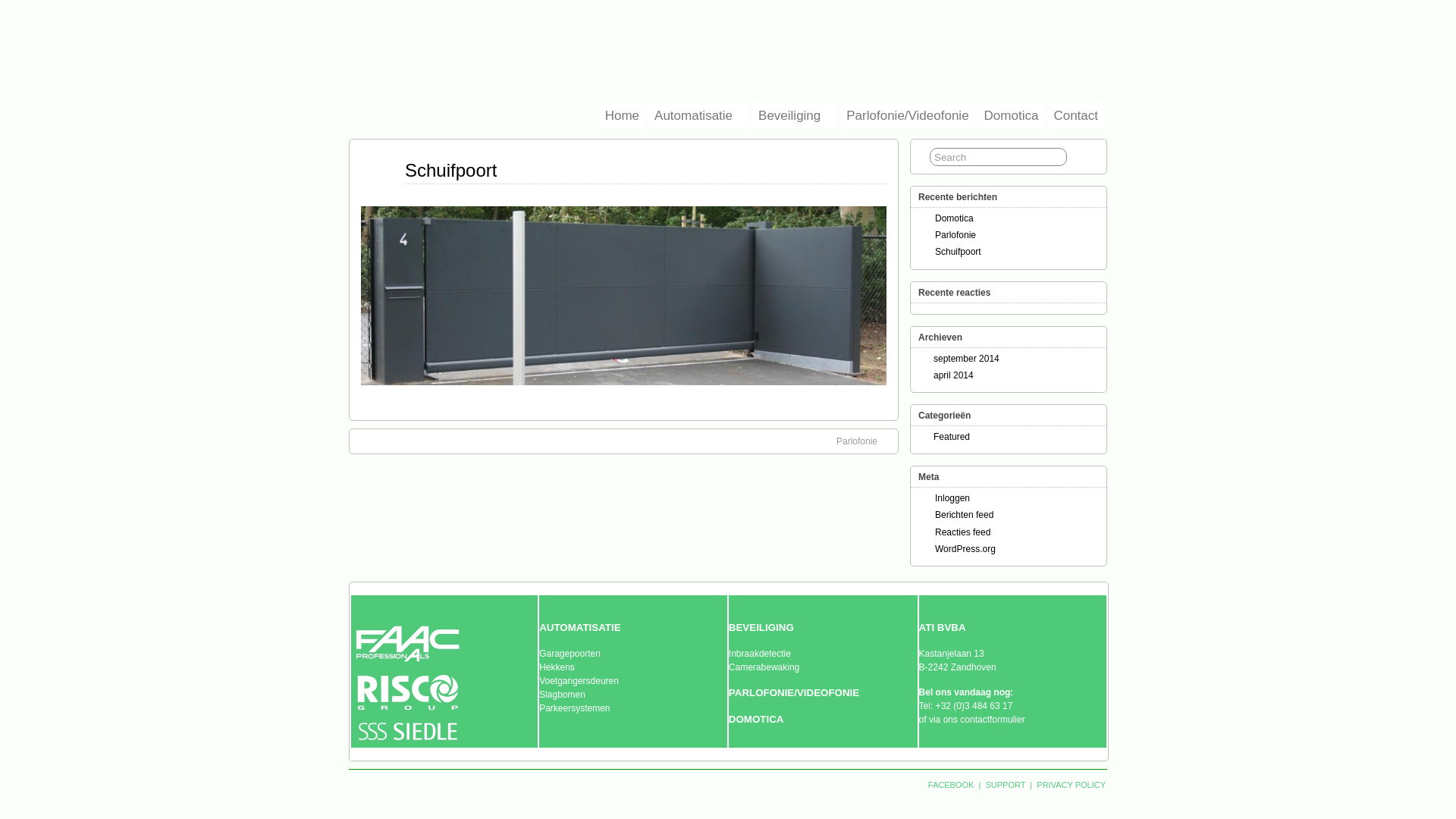 The image size is (1456, 819). I want to click on ' FACEBOOK', so click(950, 784).